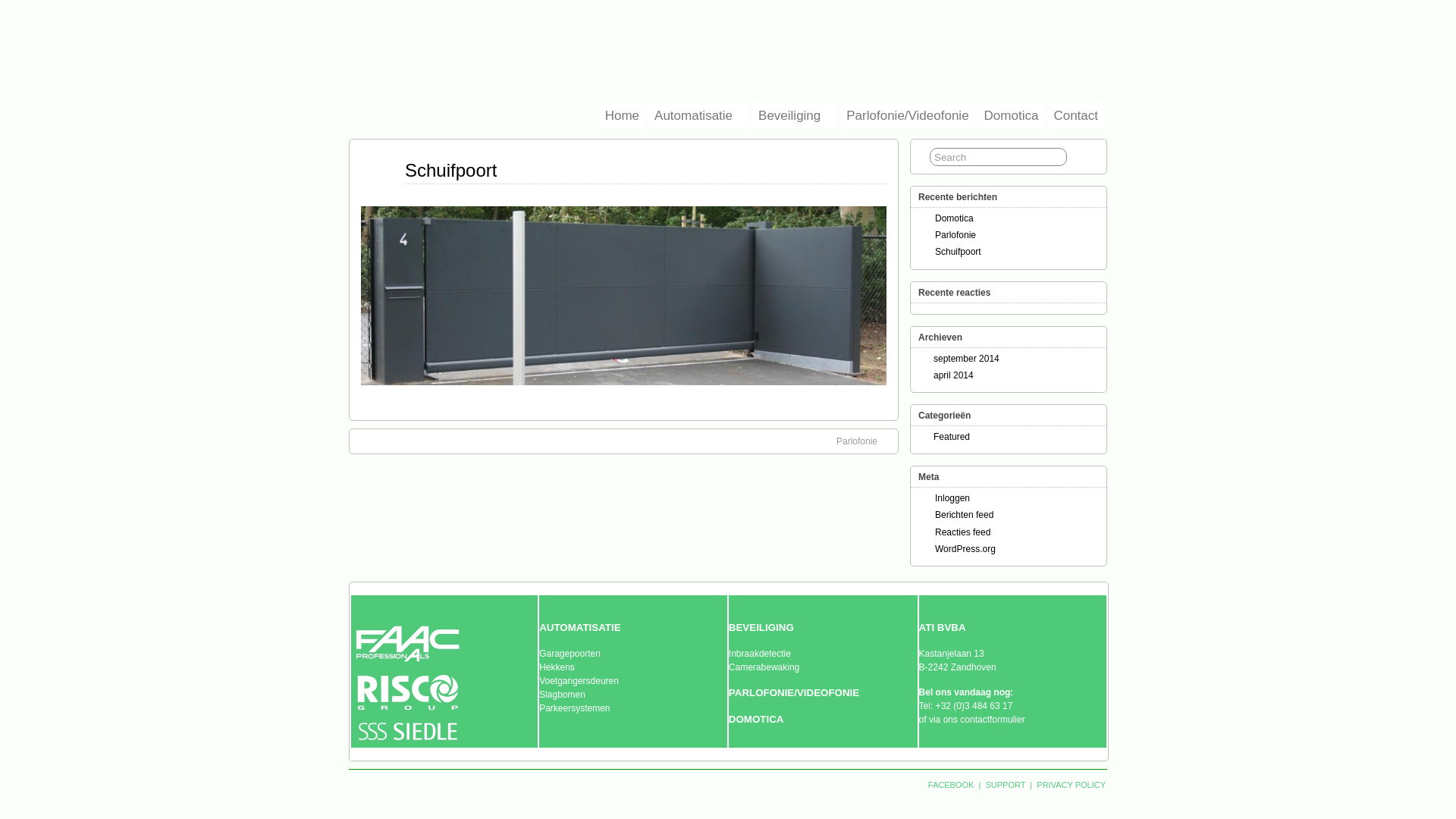 The image size is (1456, 819). I want to click on ' FACEBOOK', so click(950, 784).